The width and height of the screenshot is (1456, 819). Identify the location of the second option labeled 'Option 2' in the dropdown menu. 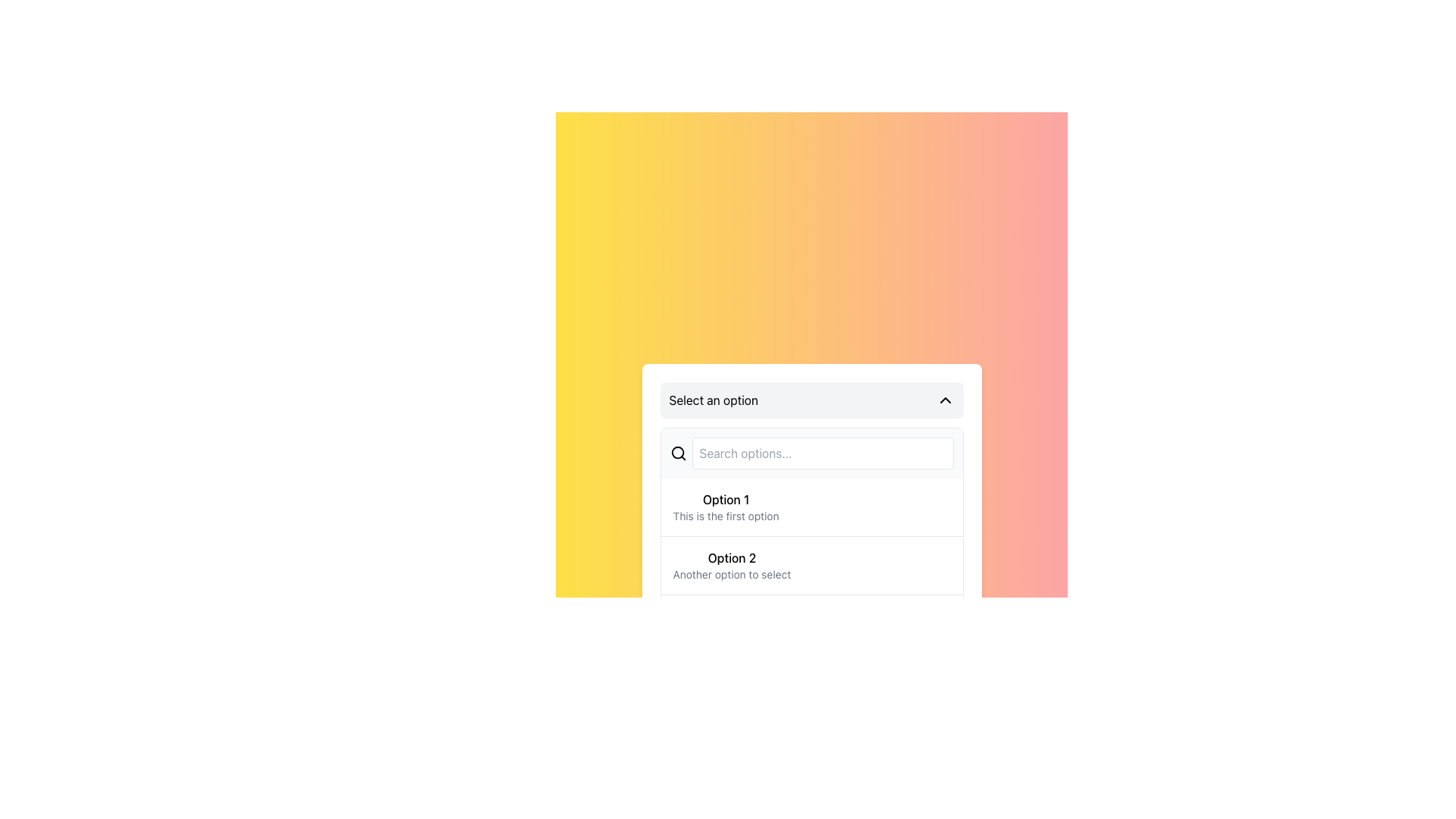
(732, 565).